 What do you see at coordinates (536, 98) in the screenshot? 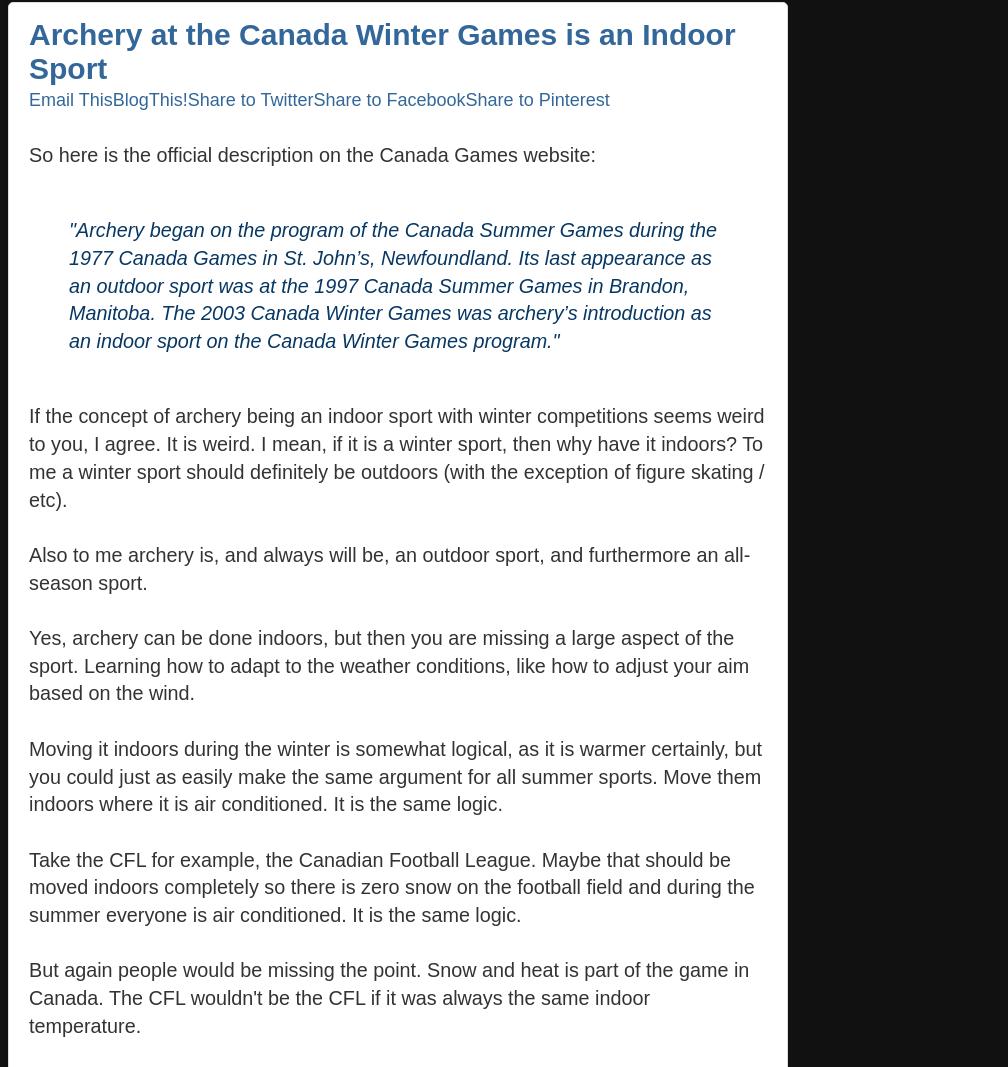
I see `'Share to Pinterest'` at bounding box center [536, 98].